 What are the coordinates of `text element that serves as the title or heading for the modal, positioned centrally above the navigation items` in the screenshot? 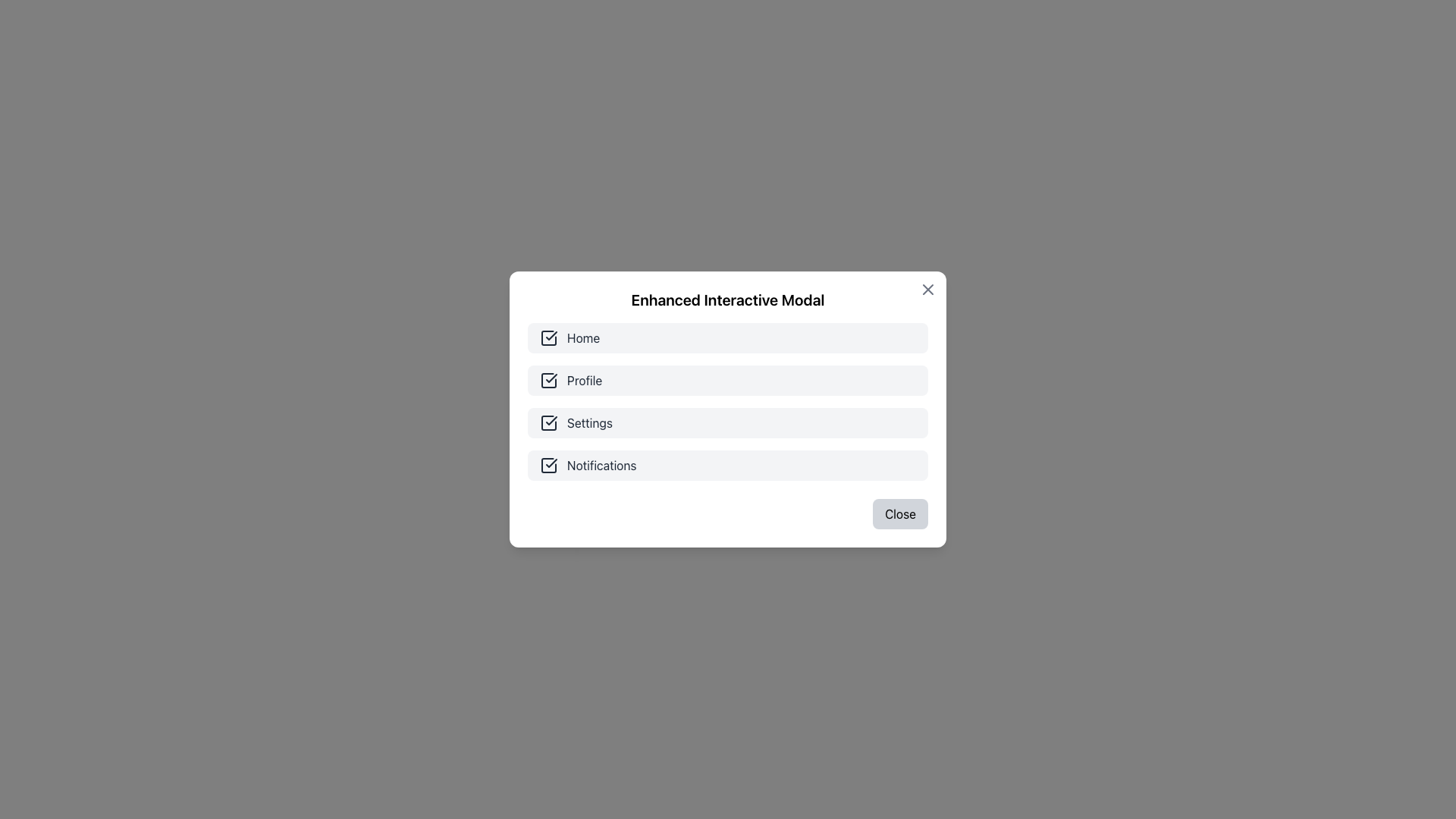 It's located at (728, 300).